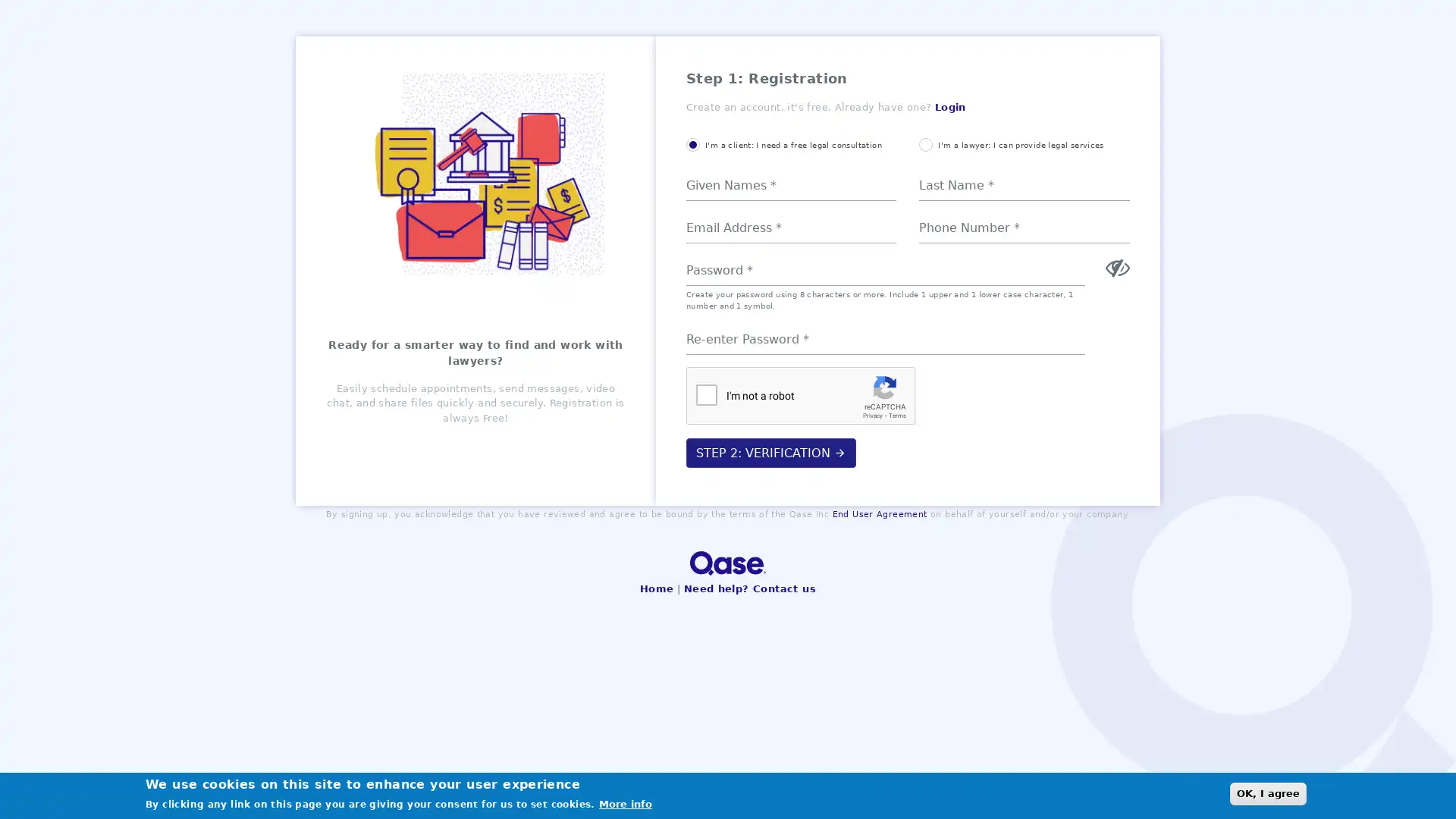 This screenshot has width=1456, height=819. Describe the element at coordinates (771, 451) in the screenshot. I see `STEP 2: VERIFICATION` at that location.